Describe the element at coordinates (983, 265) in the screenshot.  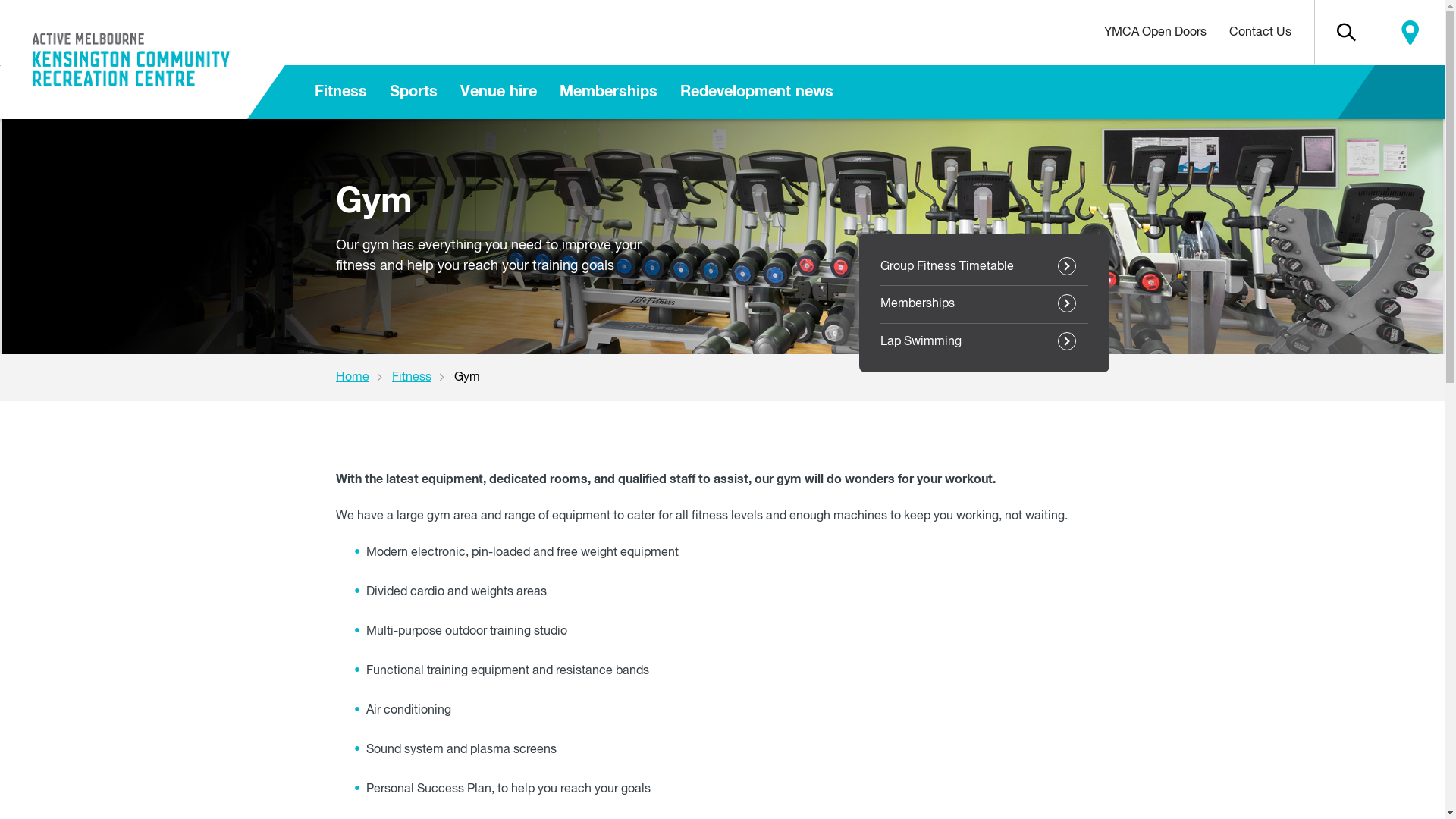
I see `'Group Fitness Timetable'` at that location.